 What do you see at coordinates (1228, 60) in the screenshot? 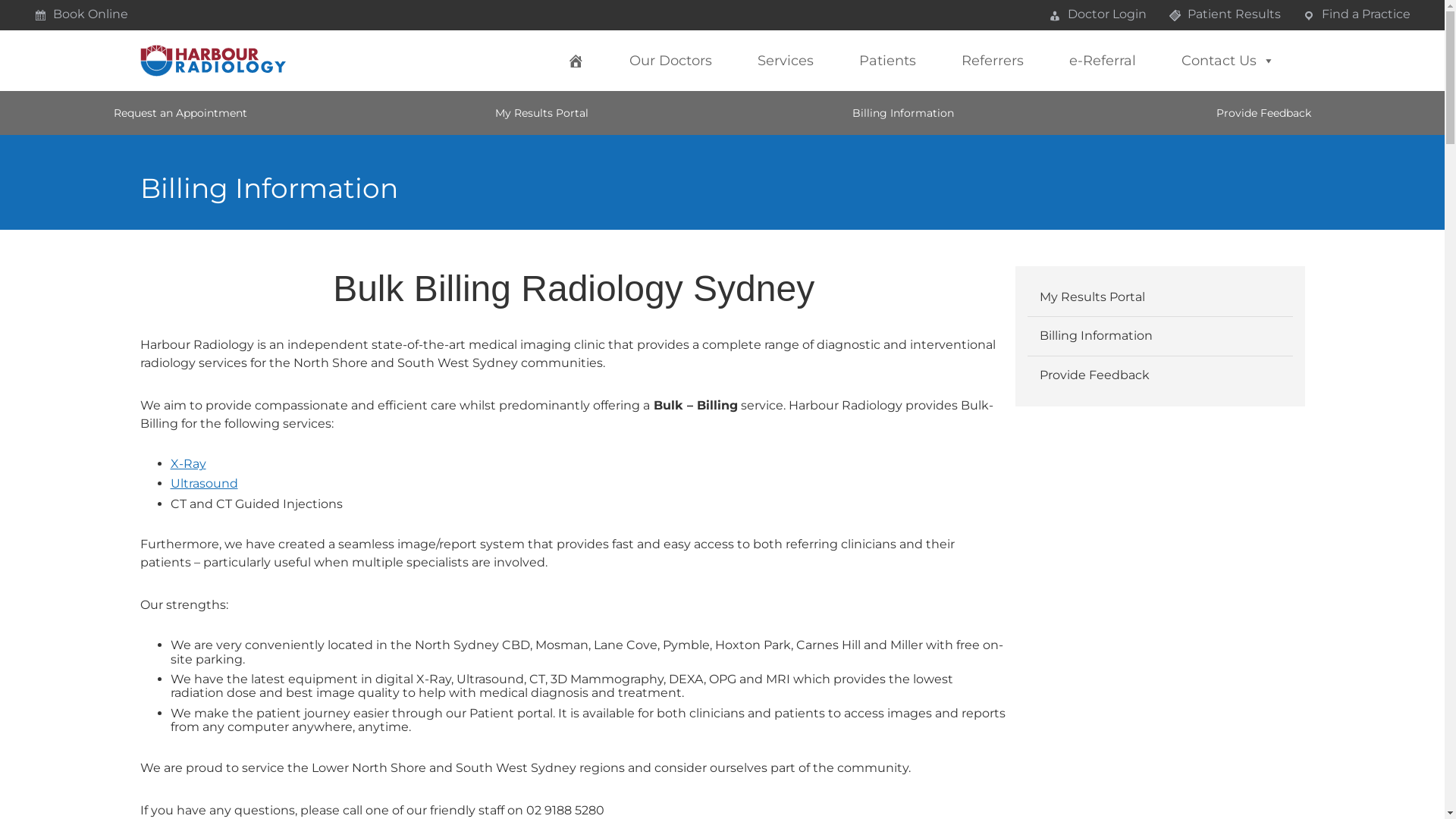
I see `'Contact Us'` at bounding box center [1228, 60].